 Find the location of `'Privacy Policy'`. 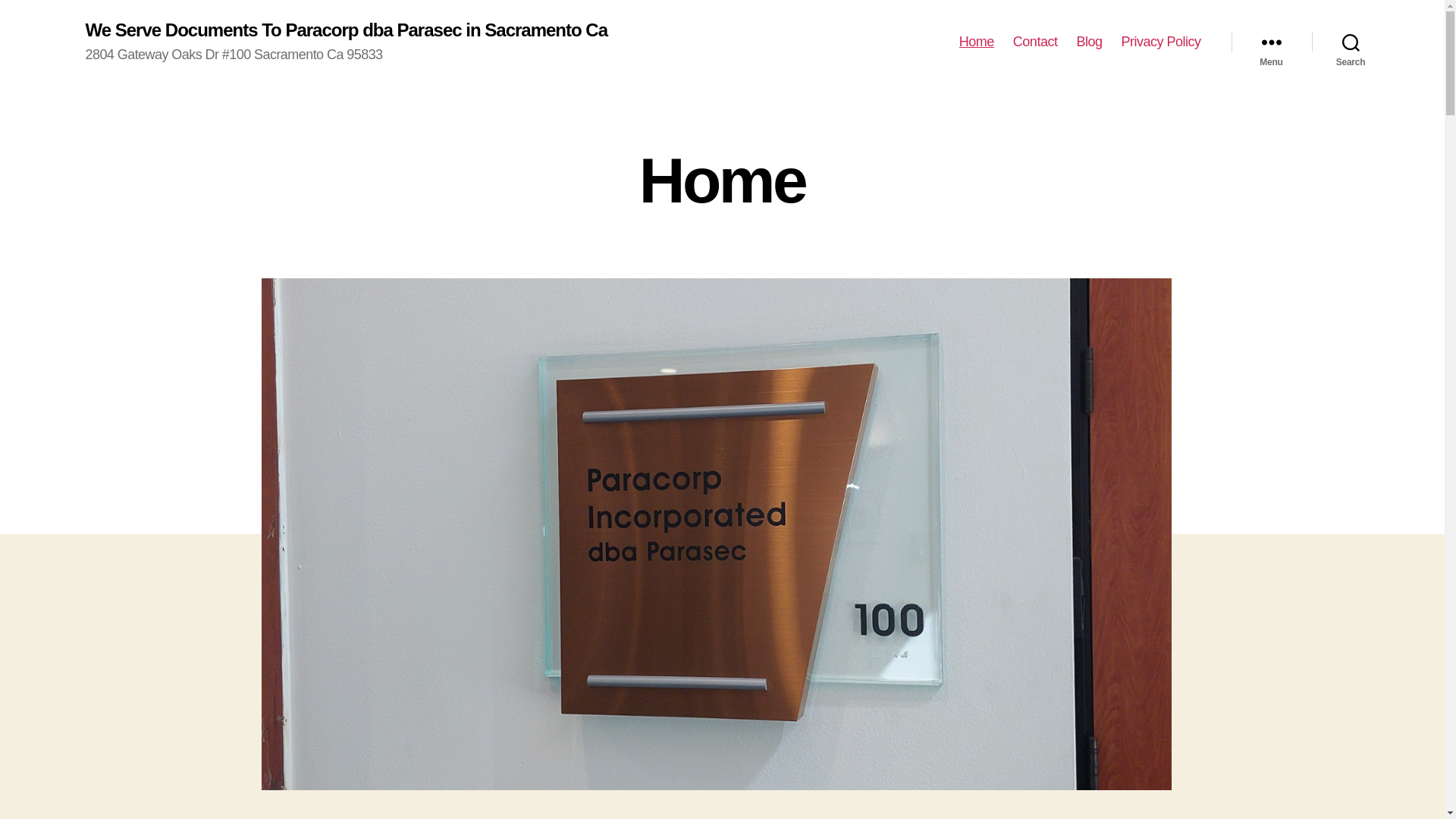

'Privacy Policy' is located at coordinates (1121, 42).